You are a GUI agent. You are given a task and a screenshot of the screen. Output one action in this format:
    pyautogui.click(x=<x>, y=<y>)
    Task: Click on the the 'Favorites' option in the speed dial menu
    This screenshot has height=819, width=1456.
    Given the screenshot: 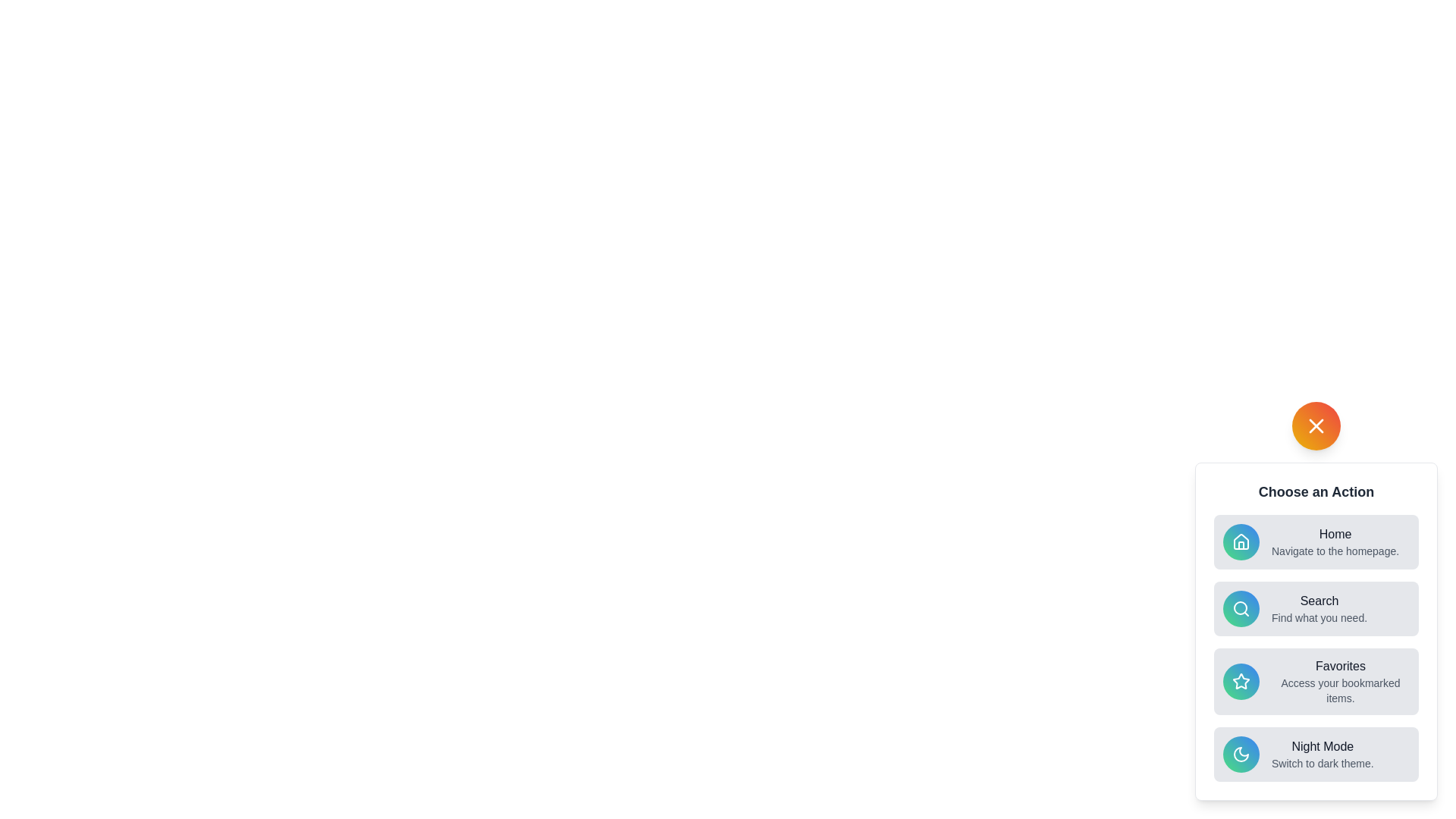 What is the action you would take?
    pyautogui.click(x=1316, y=680)
    